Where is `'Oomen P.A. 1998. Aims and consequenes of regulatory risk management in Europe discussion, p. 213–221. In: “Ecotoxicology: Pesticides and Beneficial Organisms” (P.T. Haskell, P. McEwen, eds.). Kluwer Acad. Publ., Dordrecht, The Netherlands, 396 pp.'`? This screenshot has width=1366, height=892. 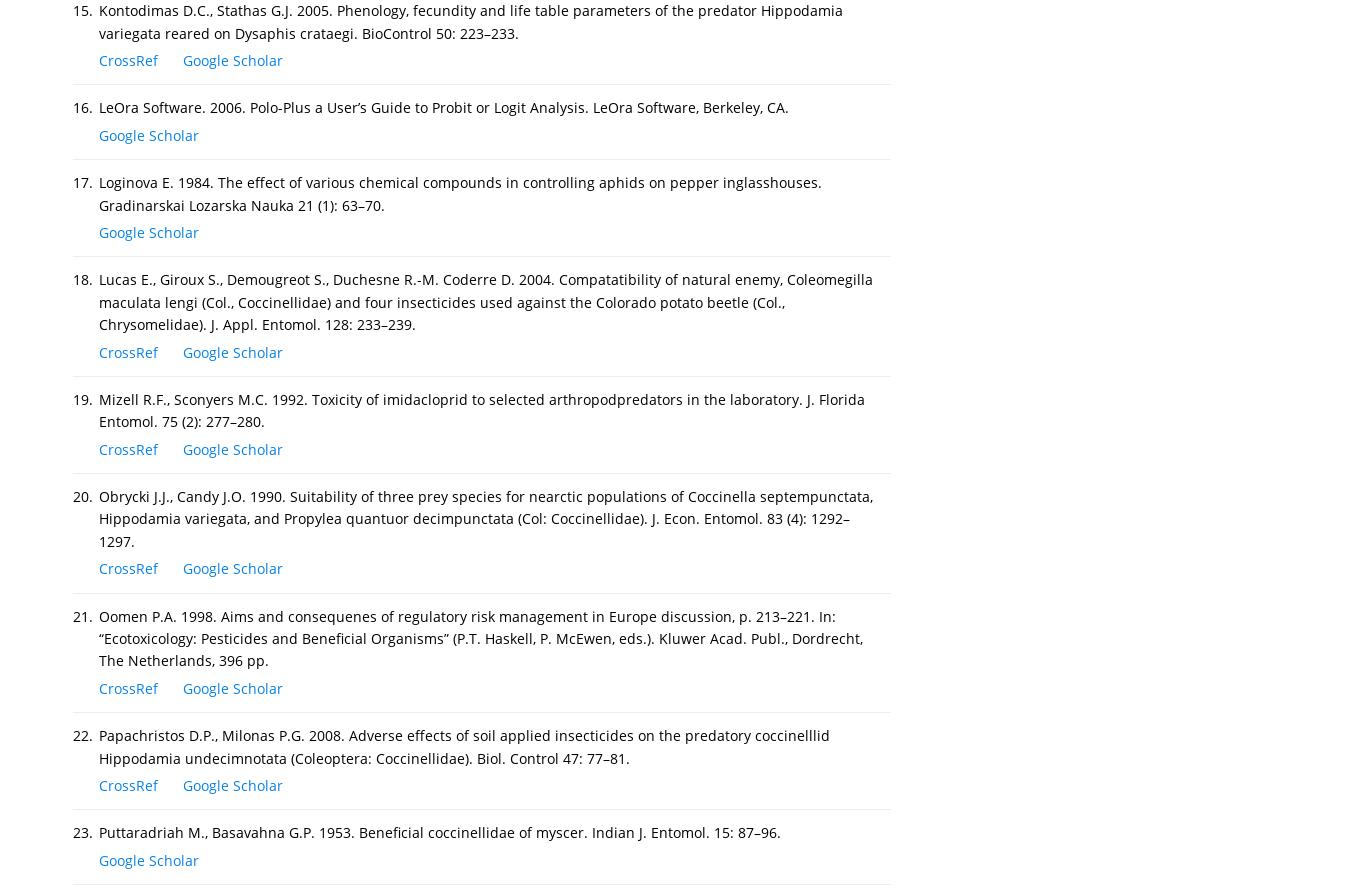 'Oomen P.A. 1998. Aims and consequenes of regulatory risk management in Europe discussion, p. 213–221. In: “Ecotoxicology: Pesticides and Beneficial Organisms” (P.T. Haskell, P. McEwen, eds.). Kluwer Acad. Publ., Dordrecht, The Netherlands, 396 pp.' is located at coordinates (480, 636).